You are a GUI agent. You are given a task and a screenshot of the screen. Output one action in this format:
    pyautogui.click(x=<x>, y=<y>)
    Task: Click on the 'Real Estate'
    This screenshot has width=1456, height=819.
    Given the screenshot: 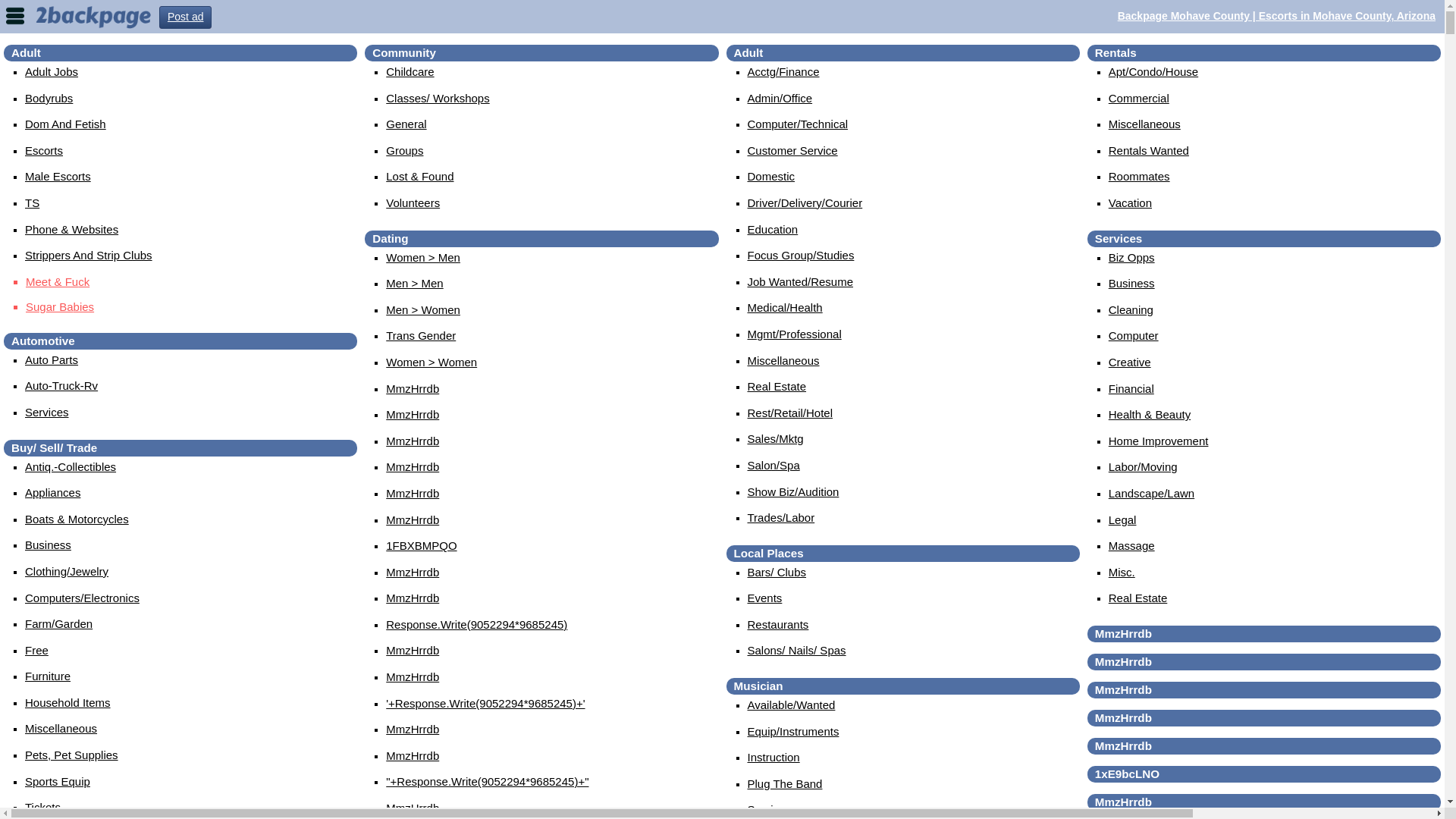 What is the action you would take?
    pyautogui.click(x=777, y=385)
    